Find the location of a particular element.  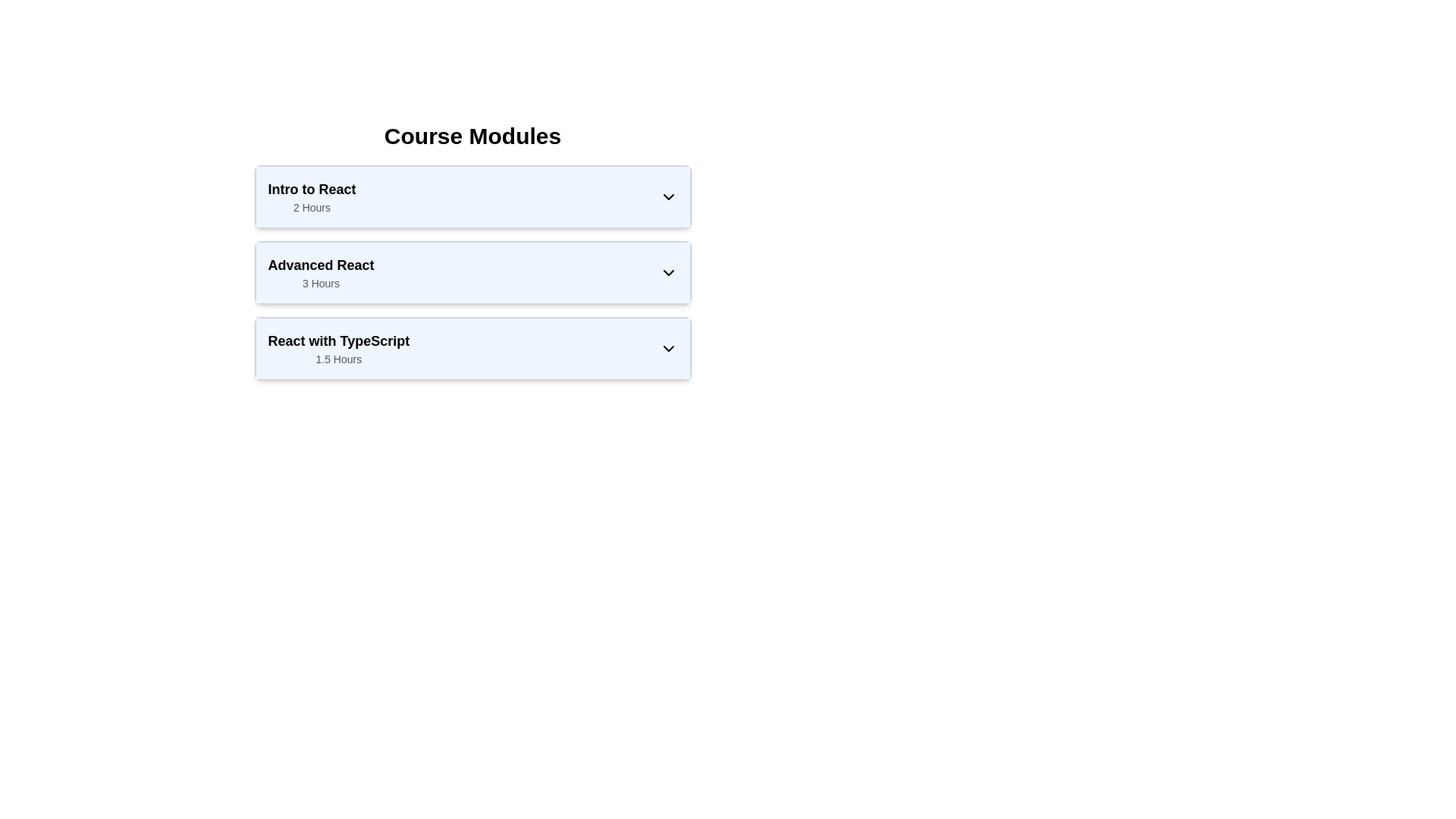

the third selectable item is located at coordinates (472, 348).